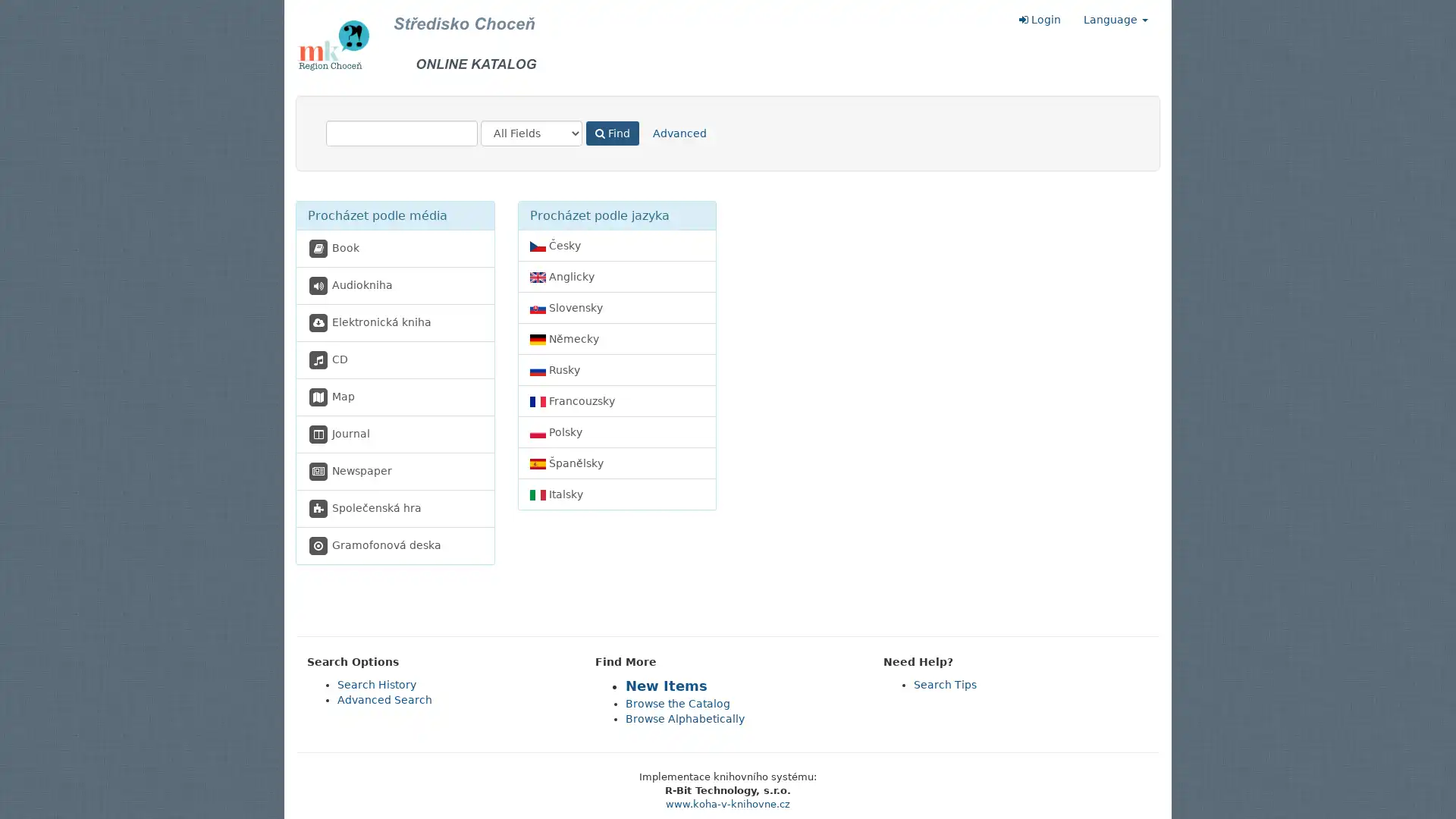 The width and height of the screenshot is (1456, 819). What do you see at coordinates (612, 133) in the screenshot?
I see `Find` at bounding box center [612, 133].